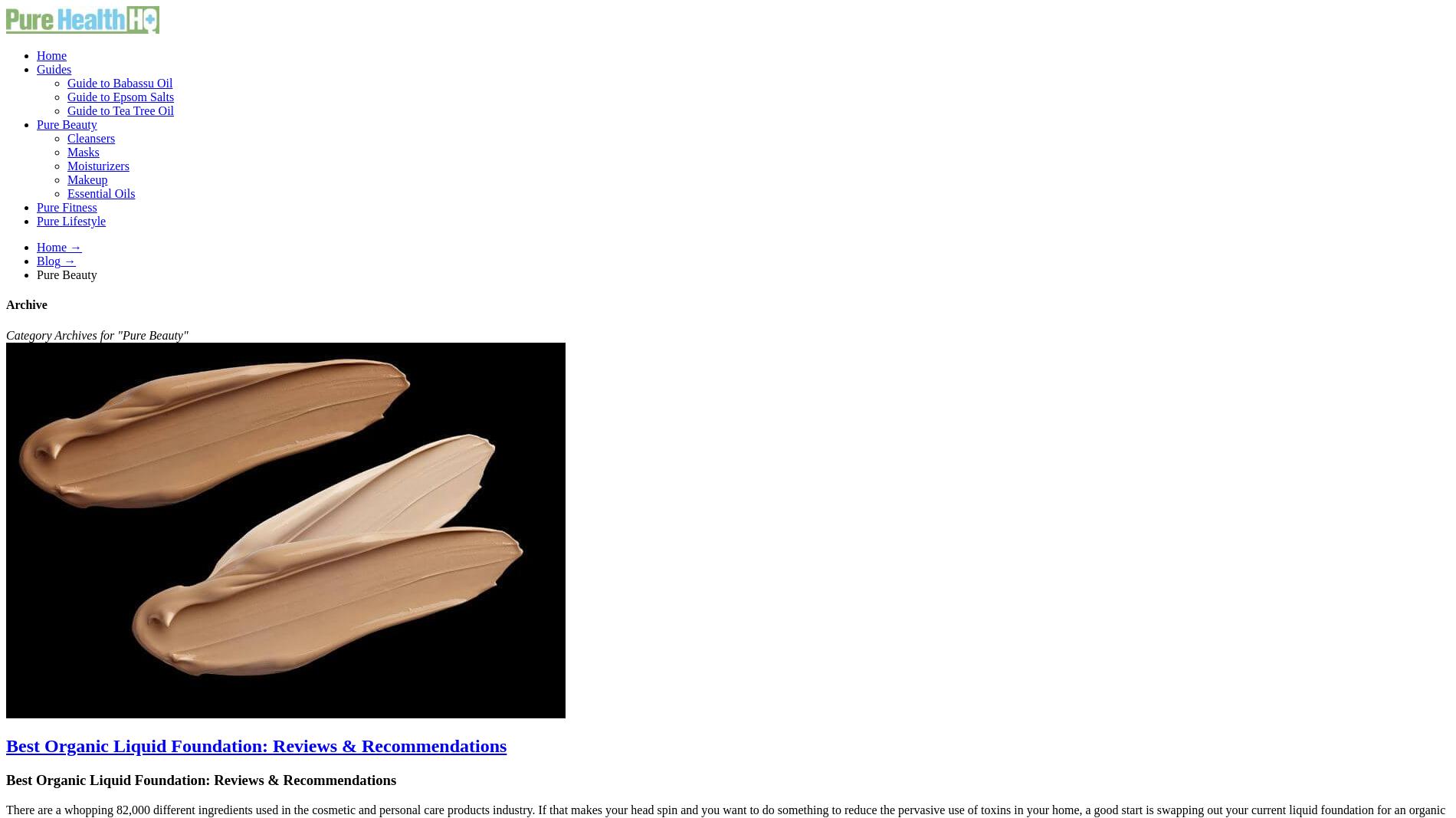 This screenshot has height=818, width=1456. What do you see at coordinates (101, 193) in the screenshot?
I see `'Essential Oils'` at bounding box center [101, 193].